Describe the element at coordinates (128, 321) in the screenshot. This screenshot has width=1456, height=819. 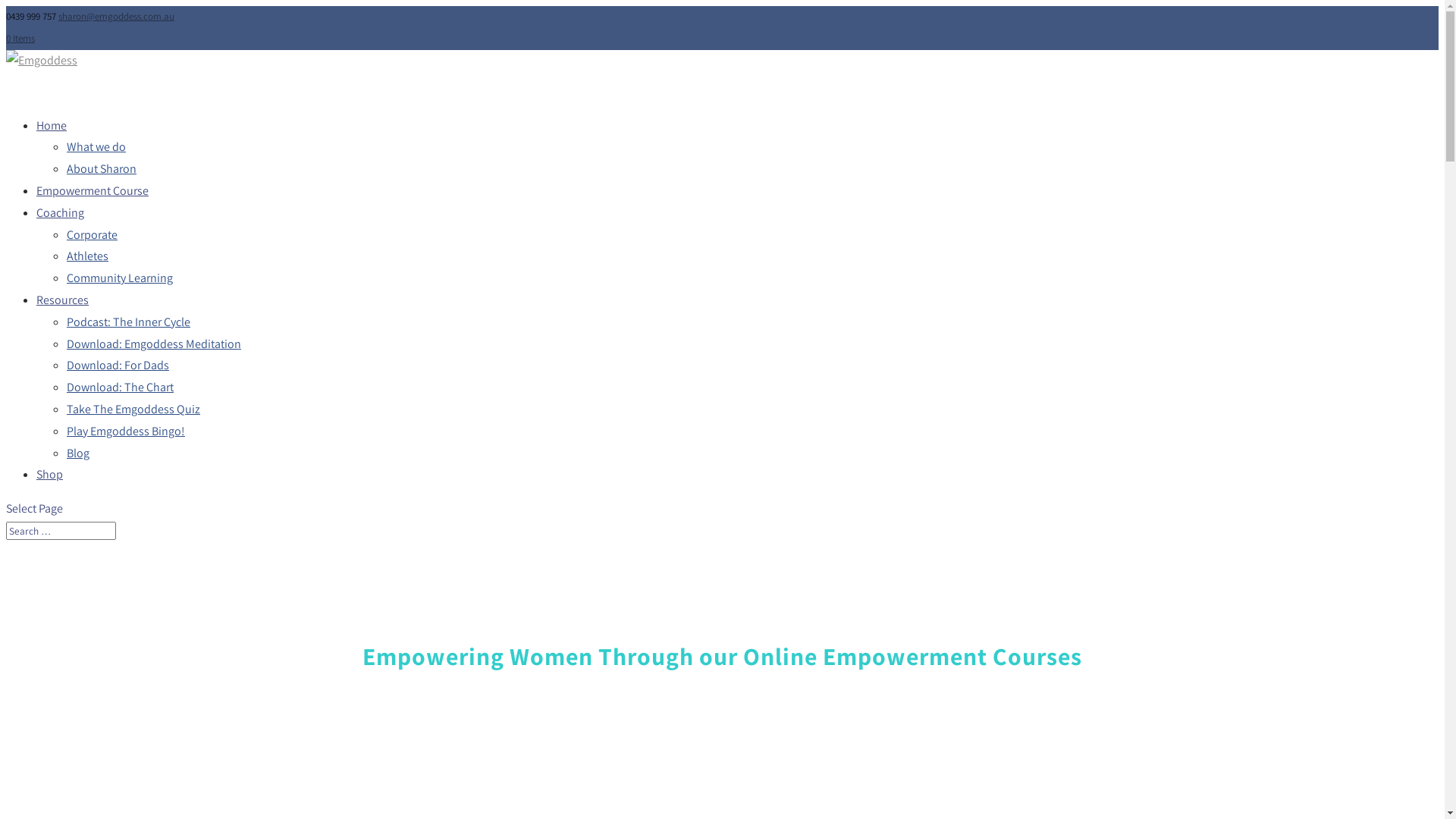
I see `'Podcast: The Inner Cycle'` at that location.